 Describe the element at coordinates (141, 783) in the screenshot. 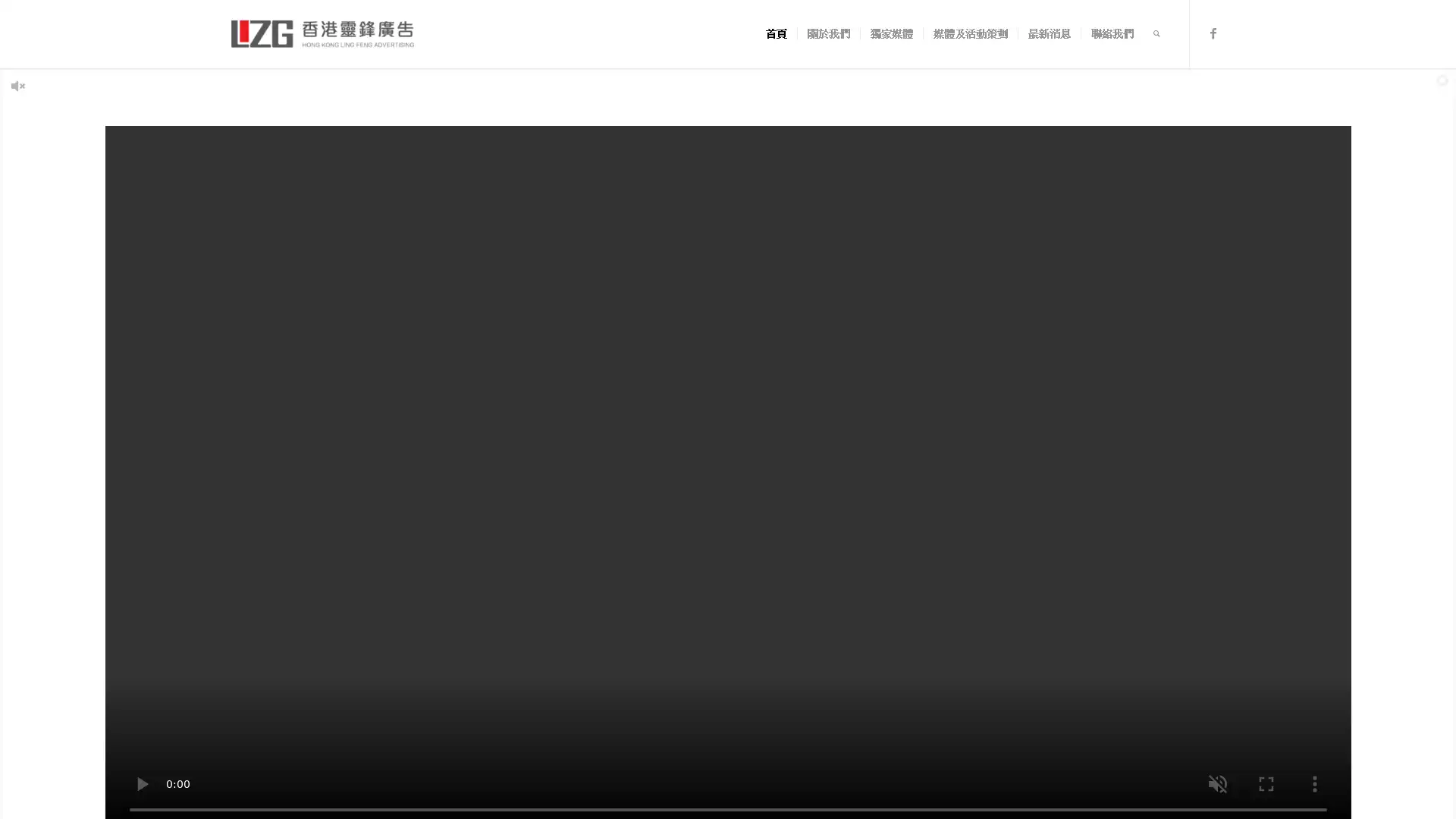

I see `pause` at that location.